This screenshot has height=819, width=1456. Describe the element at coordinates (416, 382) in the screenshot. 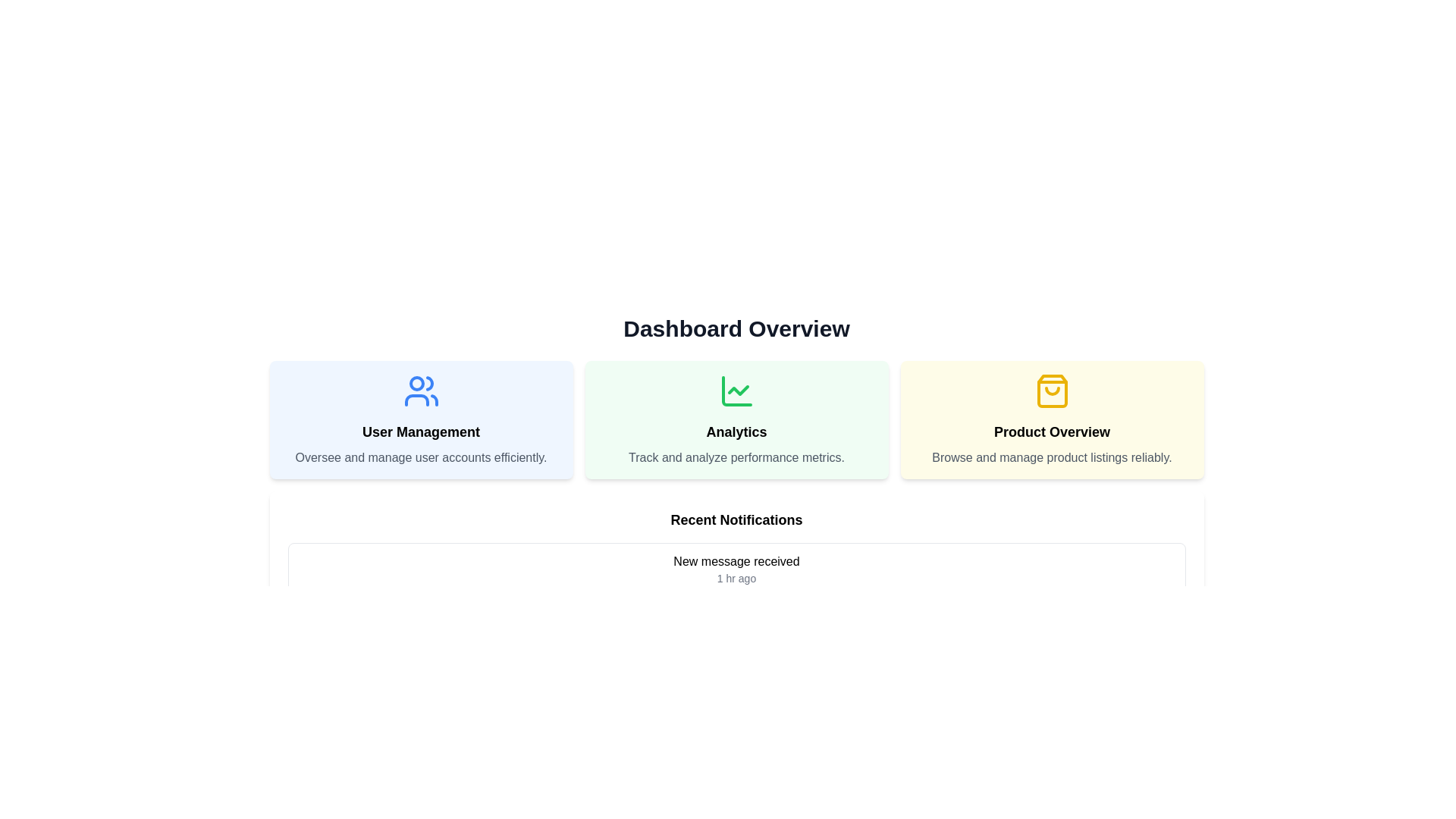

I see `the decorative circle inside the blue 'User Management' icon located near the top-left of the tile` at that location.